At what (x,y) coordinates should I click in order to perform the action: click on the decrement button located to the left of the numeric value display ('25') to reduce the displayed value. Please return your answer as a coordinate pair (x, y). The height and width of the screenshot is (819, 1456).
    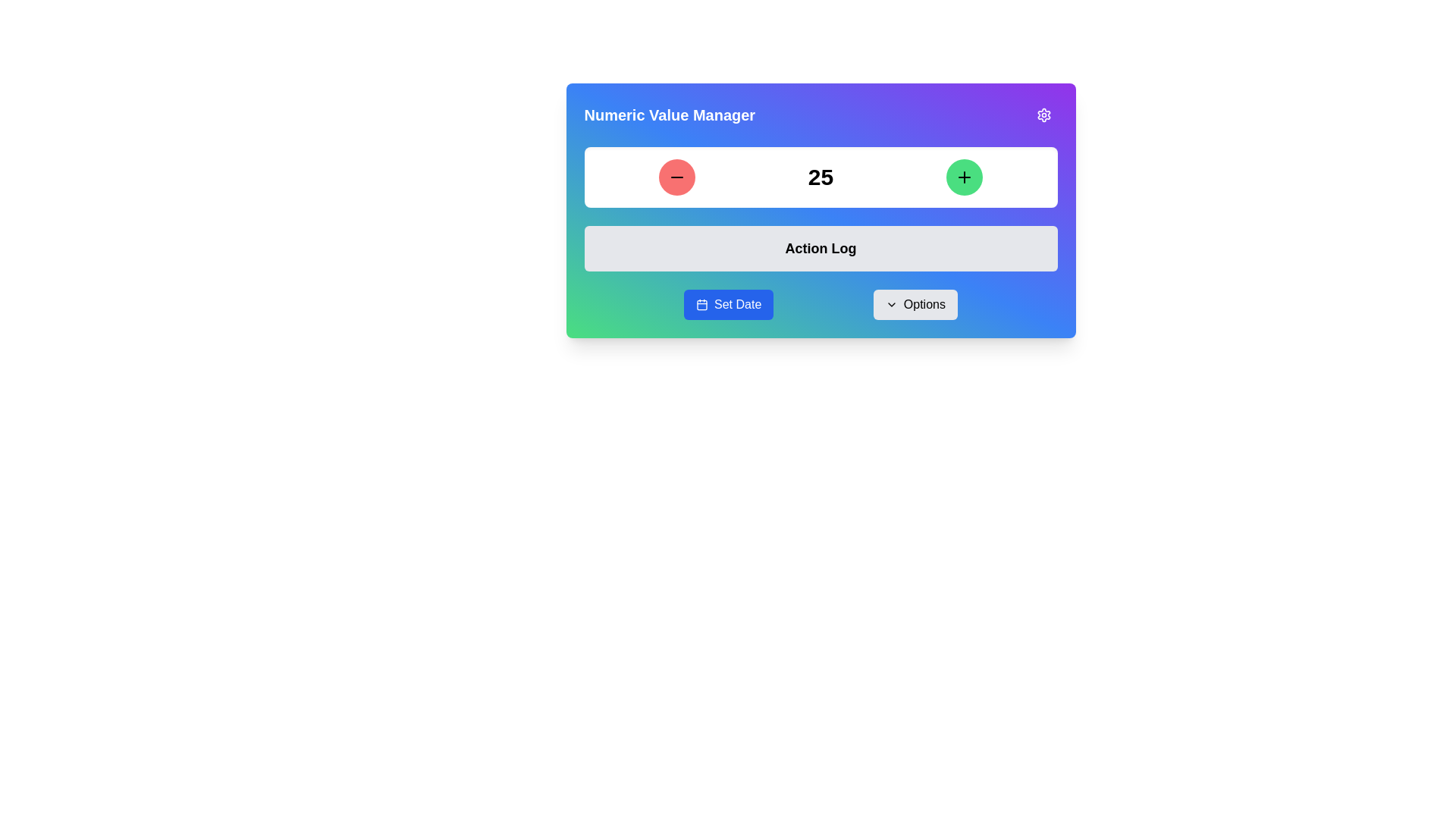
    Looking at the image, I should click on (676, 177).